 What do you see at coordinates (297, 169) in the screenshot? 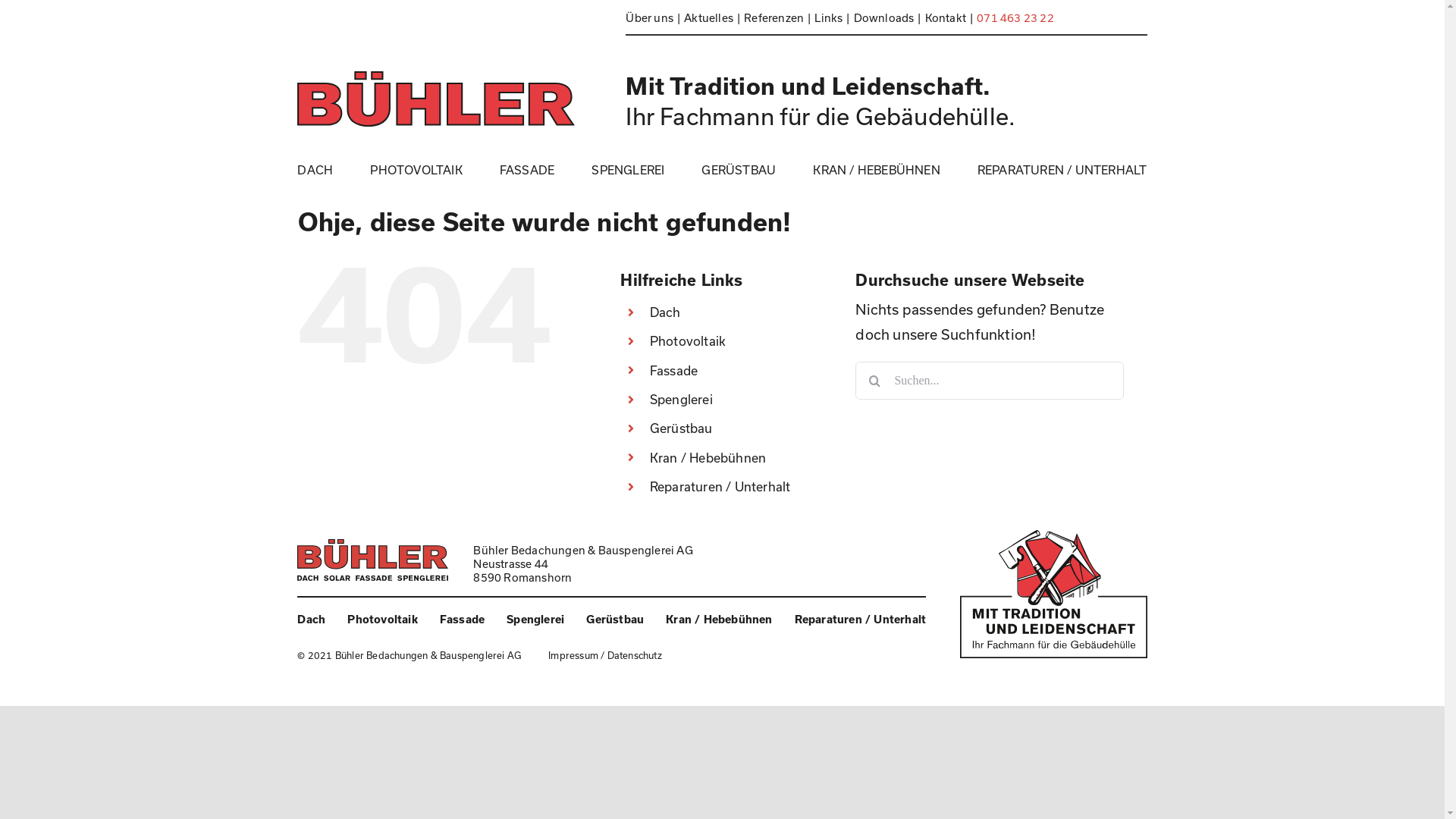
I see `'DACH'` at bounding box center [297, 169].